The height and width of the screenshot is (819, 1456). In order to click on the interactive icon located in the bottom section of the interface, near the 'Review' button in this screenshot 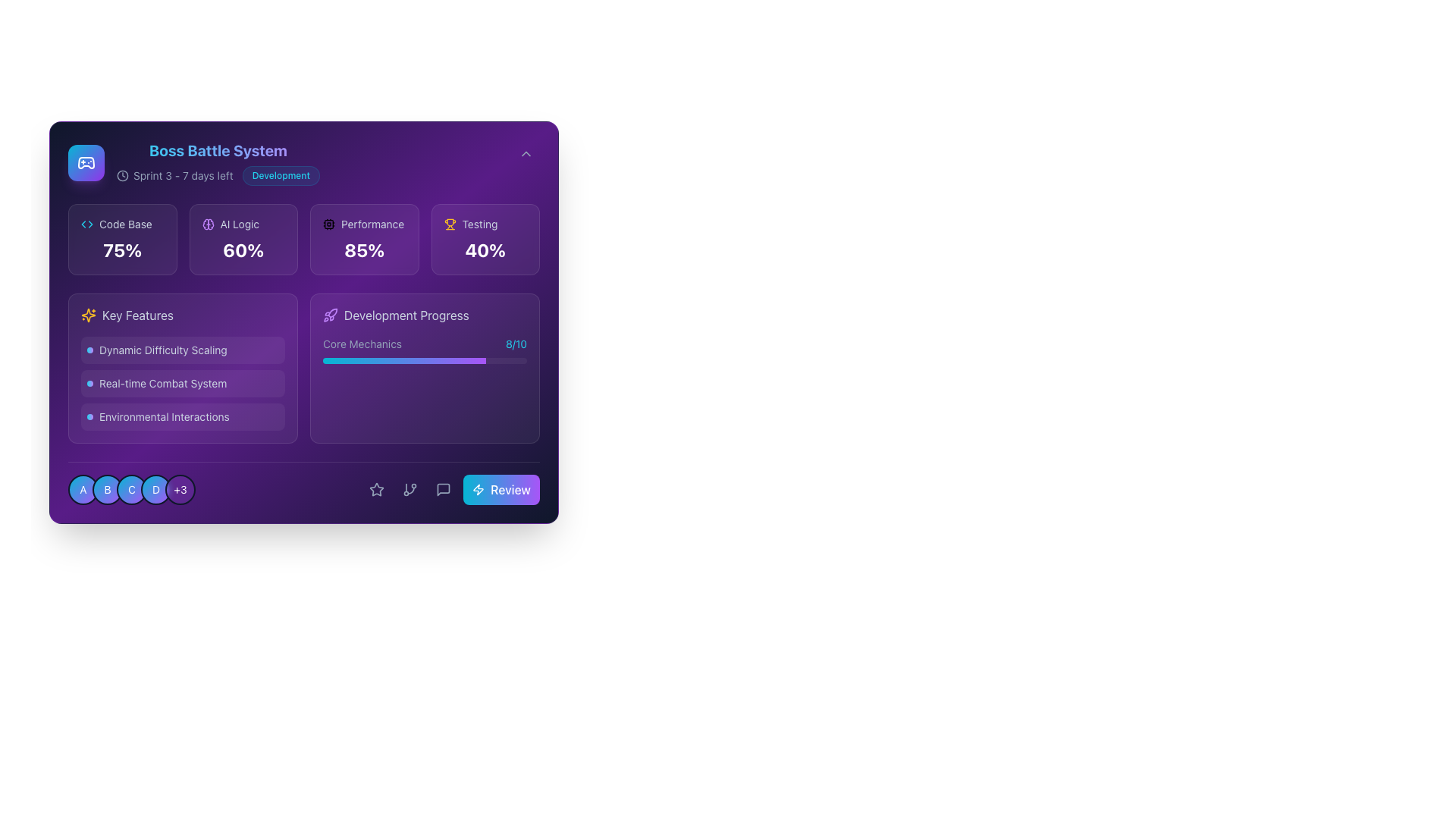, I will do `click(377, 488)`.